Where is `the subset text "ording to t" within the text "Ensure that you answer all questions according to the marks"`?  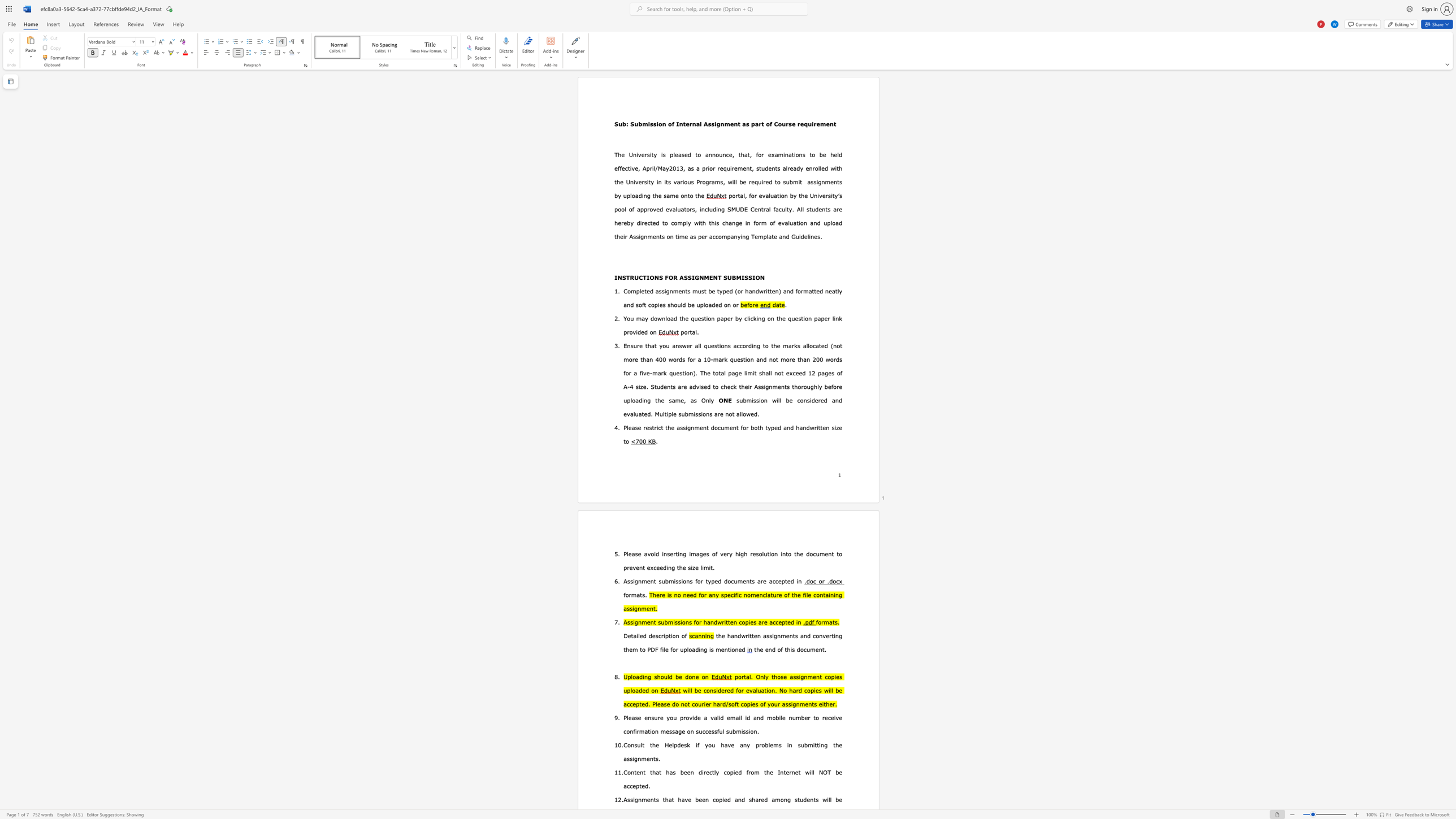
the subset text "ording to t" within the text "Ensure that you answer all questions according to the marks" is located at coordinates (742, 345).